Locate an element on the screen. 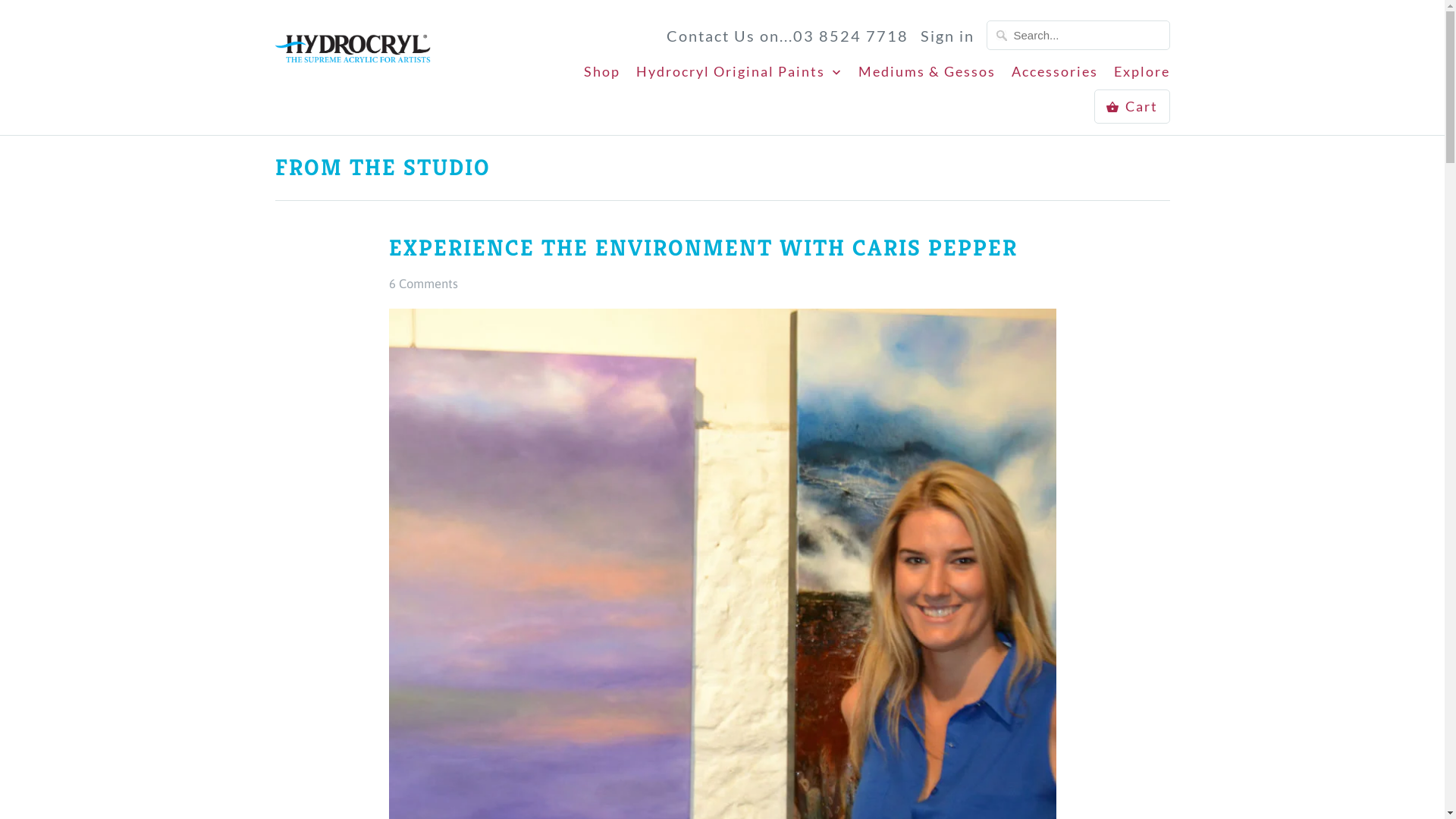 This screenshot has height=819, width=1456. 'Hydrocryl Australia Pty Ltd' is located at coordinates (351, 46).